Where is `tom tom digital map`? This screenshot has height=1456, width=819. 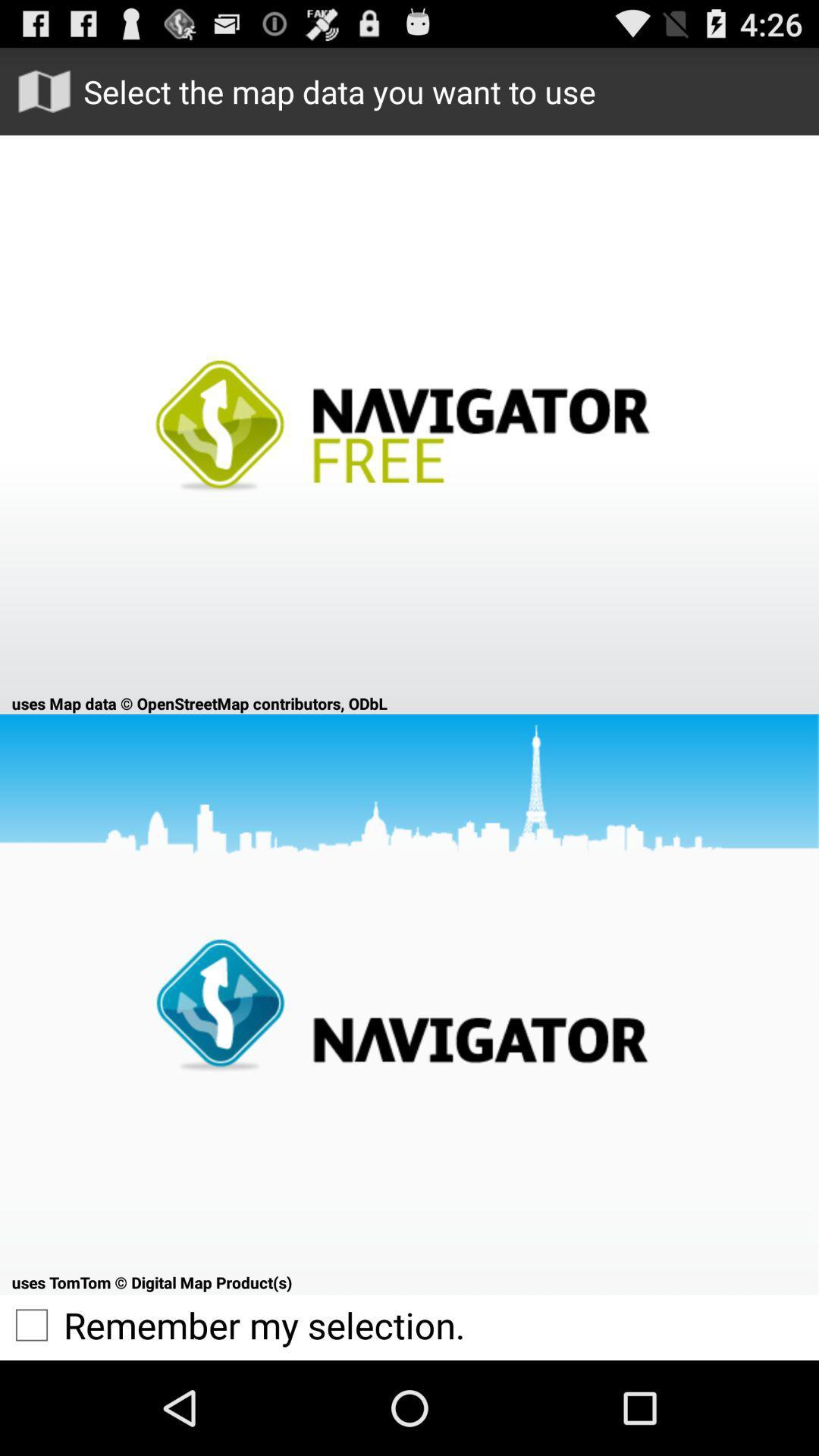 tom tom digital map is located at coordinates (409, 1004).